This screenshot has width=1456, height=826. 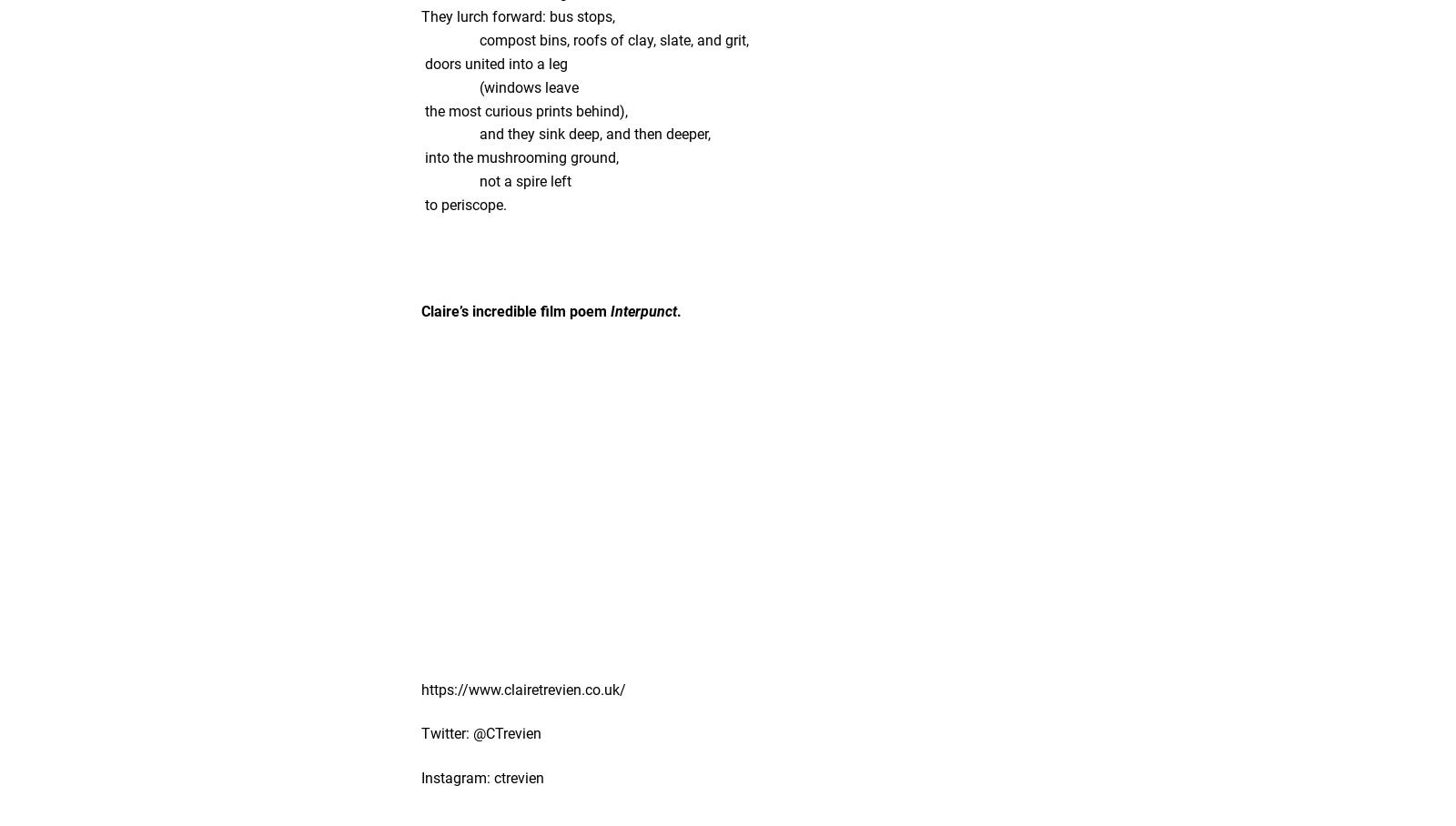 What do you see at coordinates (480, 733) in the screenshot?
I see `'Twitter: @CTrevien'` at bounding box center [480, 733].